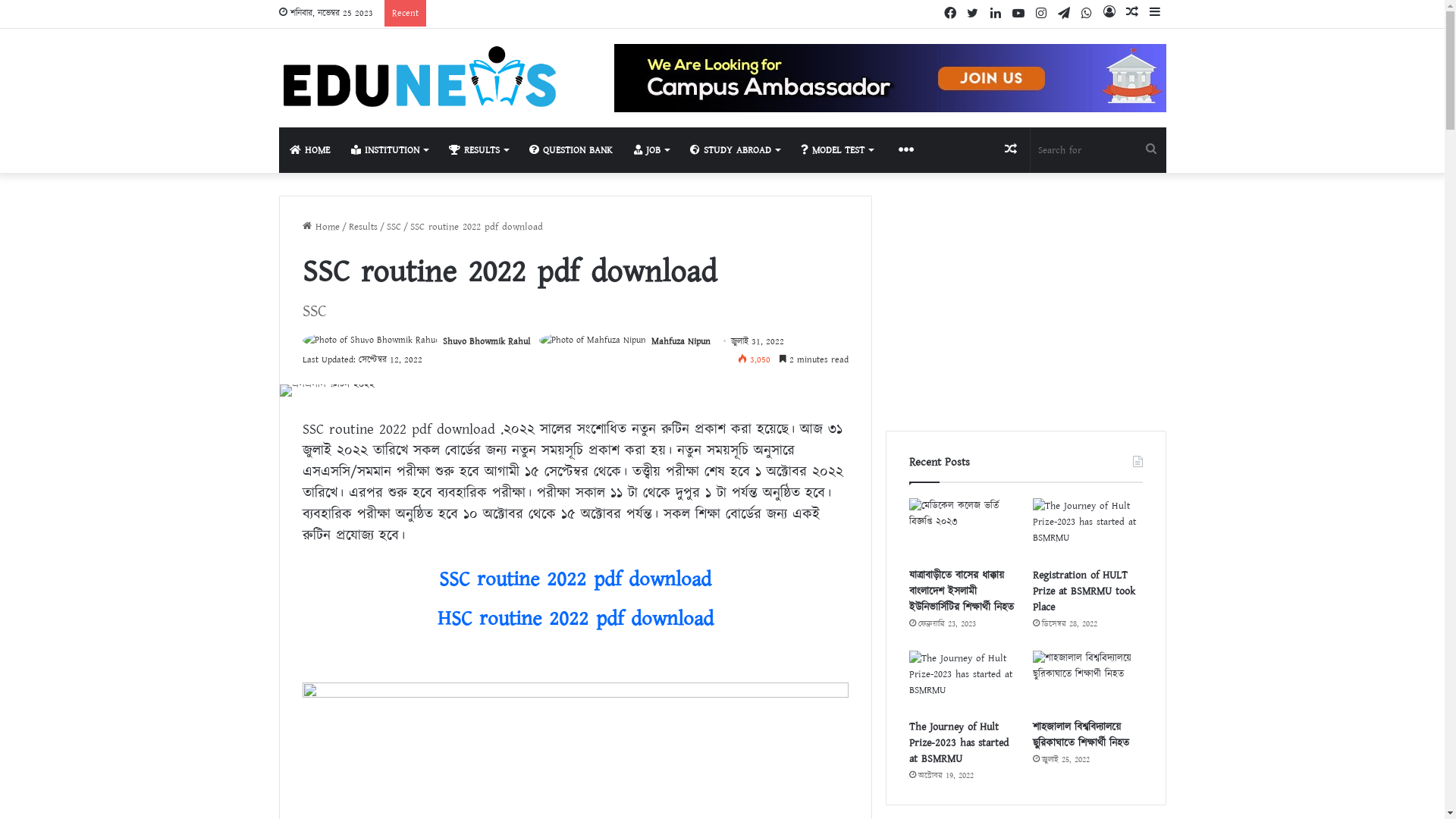 Image resolution: width=1456 pixels, height=819 pixels. Describe the element at coordinates (1026, 301) in the screenshot. I see `'Advertisement'` at that location.